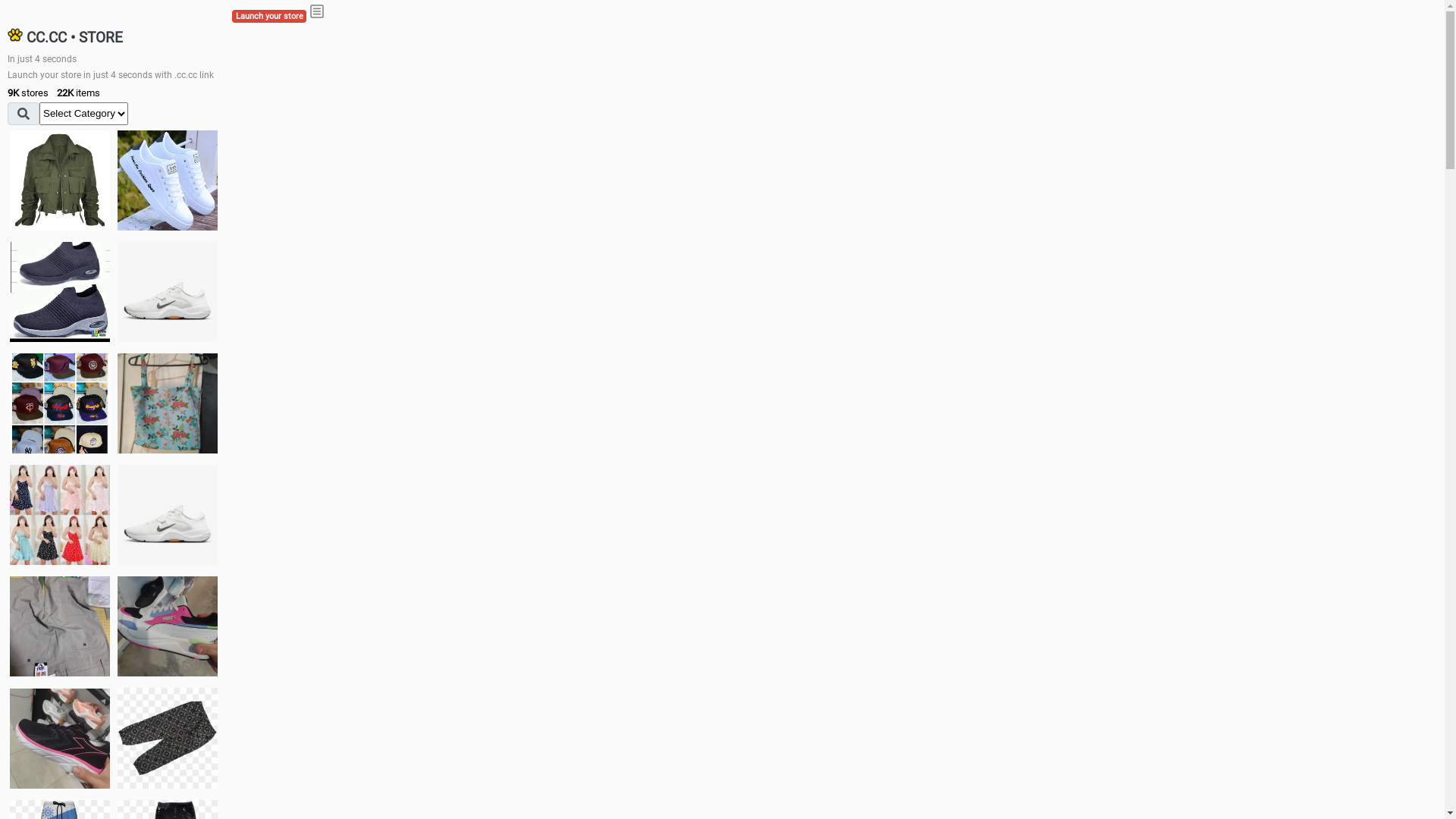 The image size is (1456, 819). I want to click on 'Shoes', so click(167, 513).